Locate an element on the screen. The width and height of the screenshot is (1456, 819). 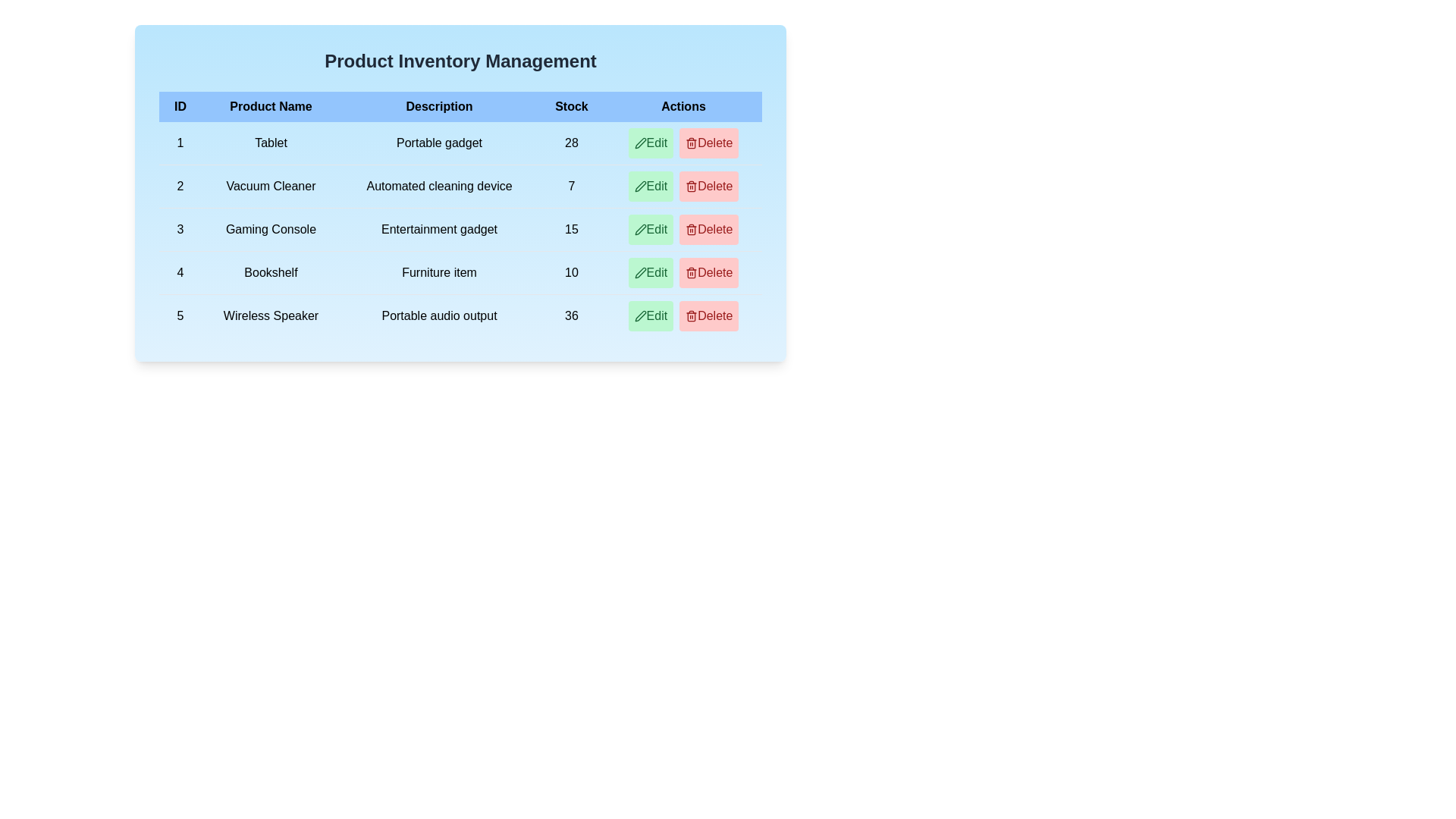
the 'Edit' button in the Composite component located in the second row of the table under the 'Actions' column for the 'Vacuum Cleaner' product is located at coordinates (682, 186).